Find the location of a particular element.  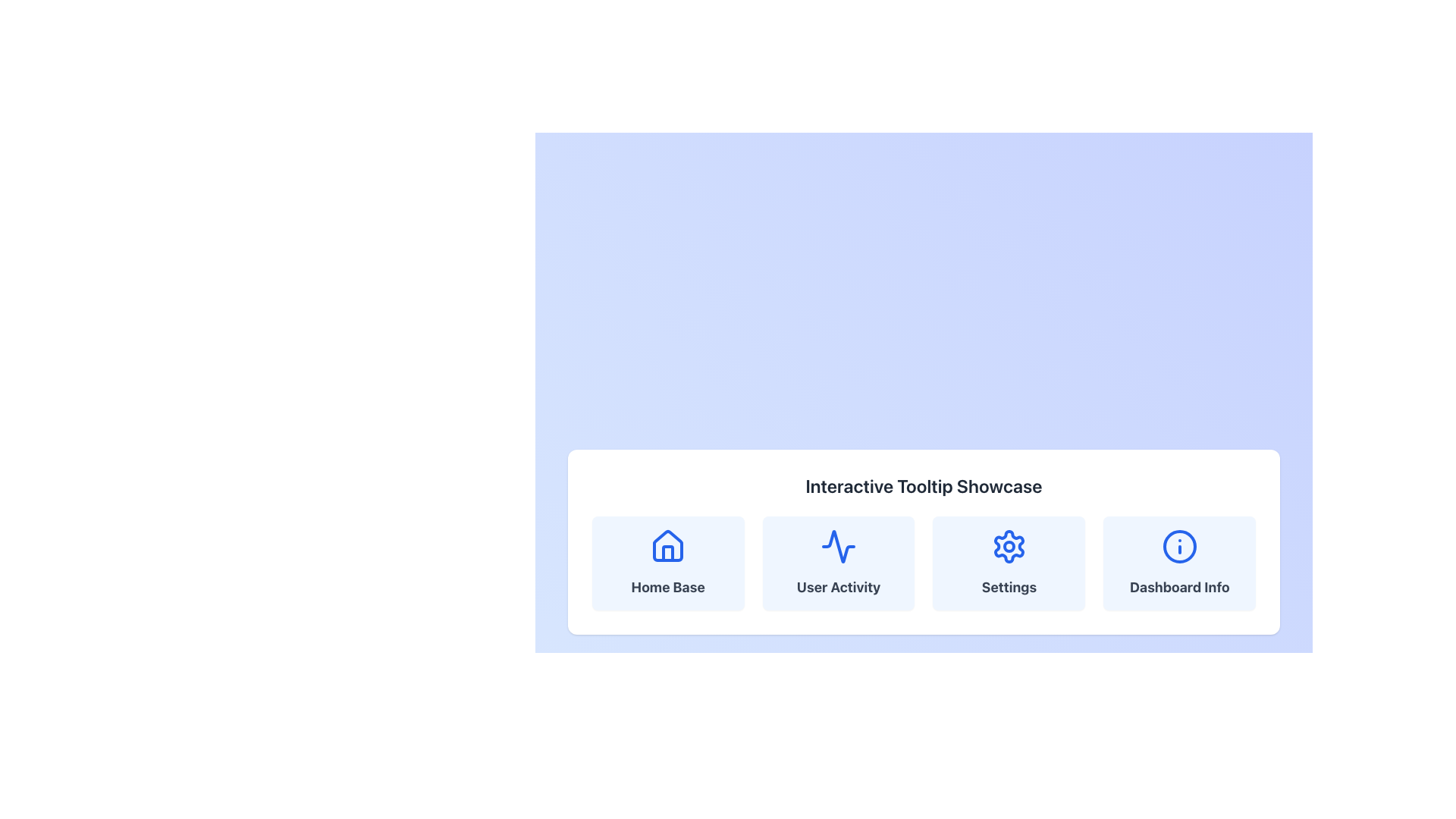

the informational help icon located in the last card of the 'Interactive Tooltip Showcase' section is located at coordinates (1178, 547).